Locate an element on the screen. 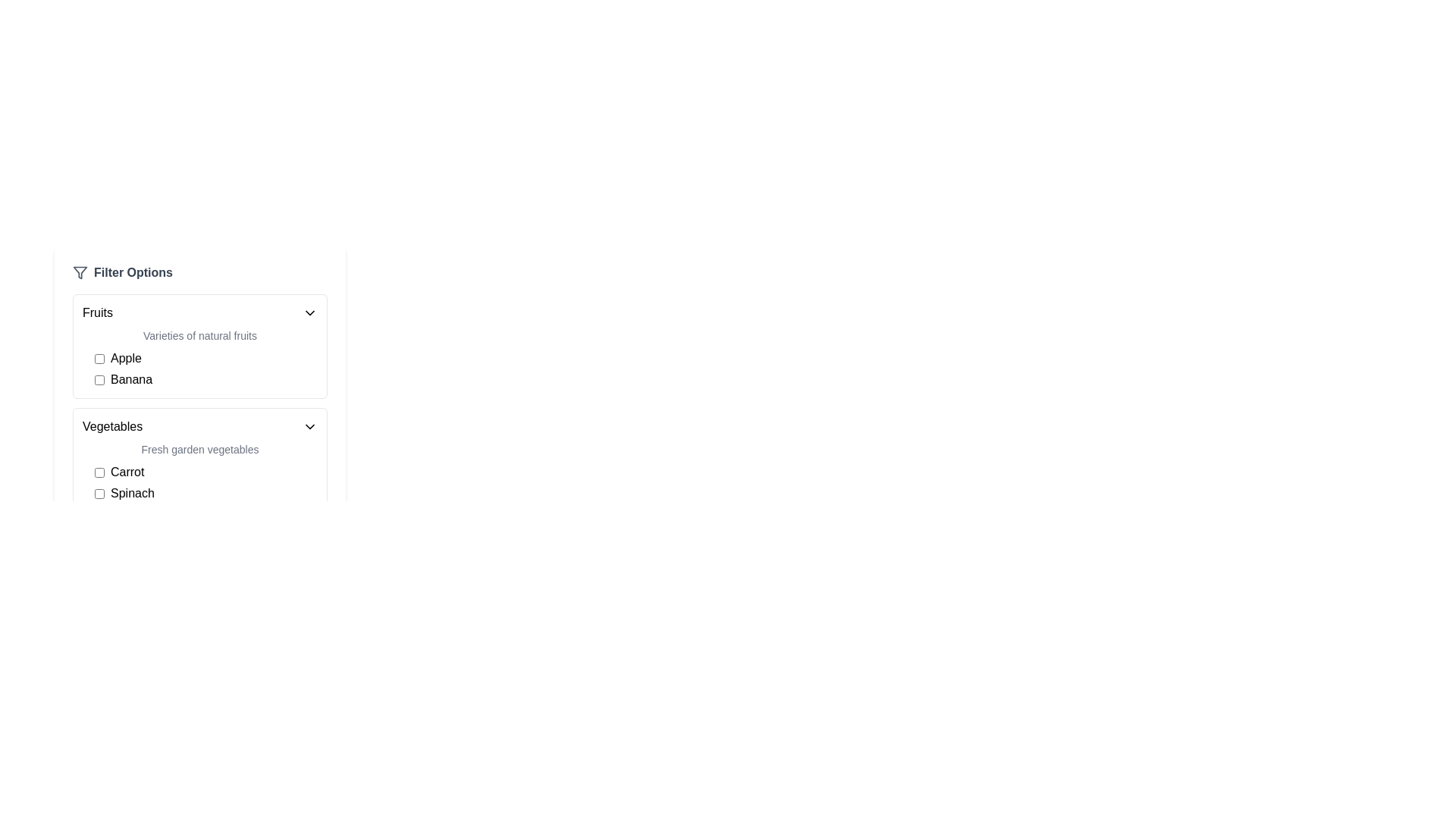  the checkbox is located at coordinates (99, 359).